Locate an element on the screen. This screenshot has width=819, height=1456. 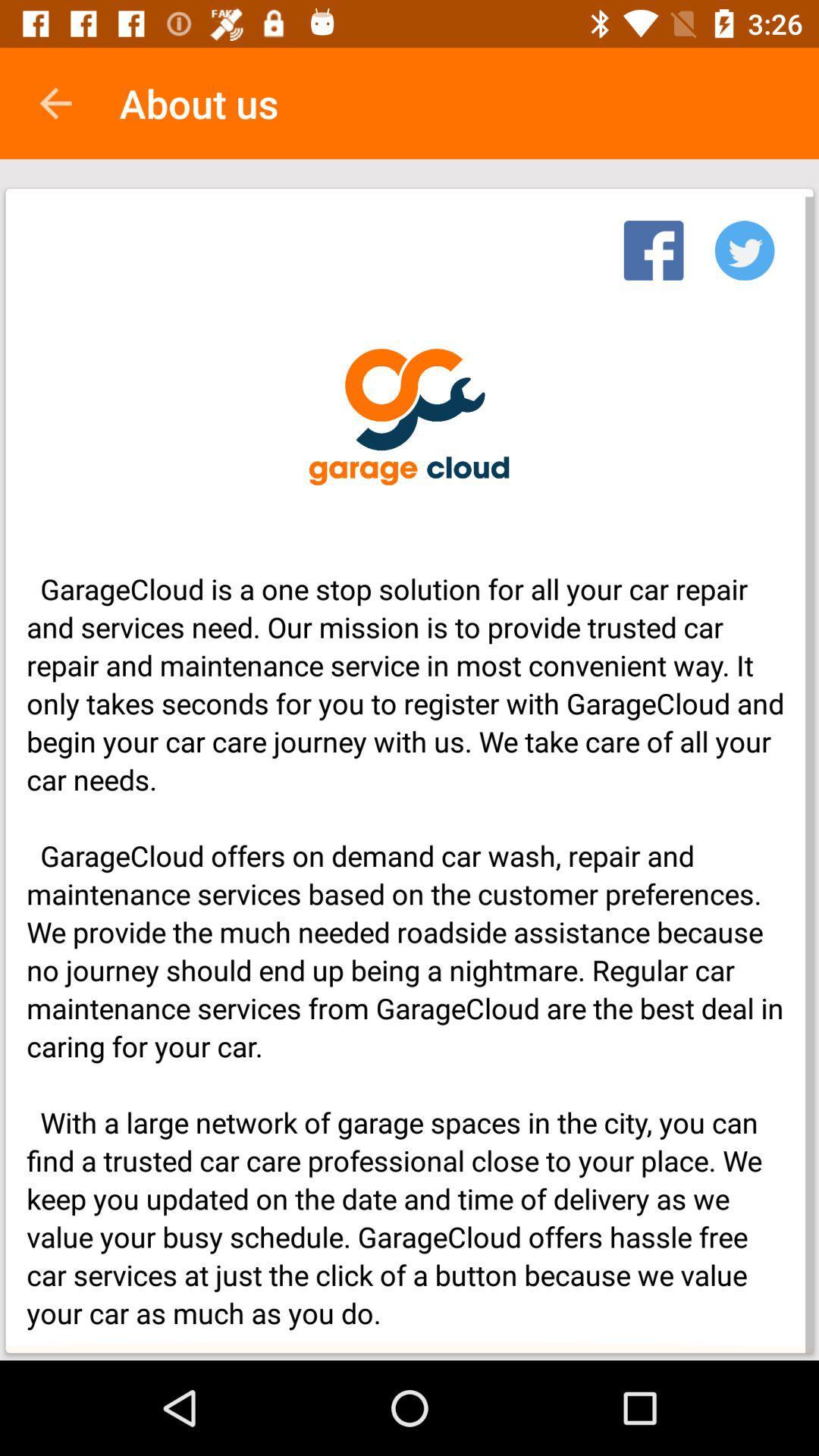
icon above the garagecloud is a item is located at coordinates (744, 246).